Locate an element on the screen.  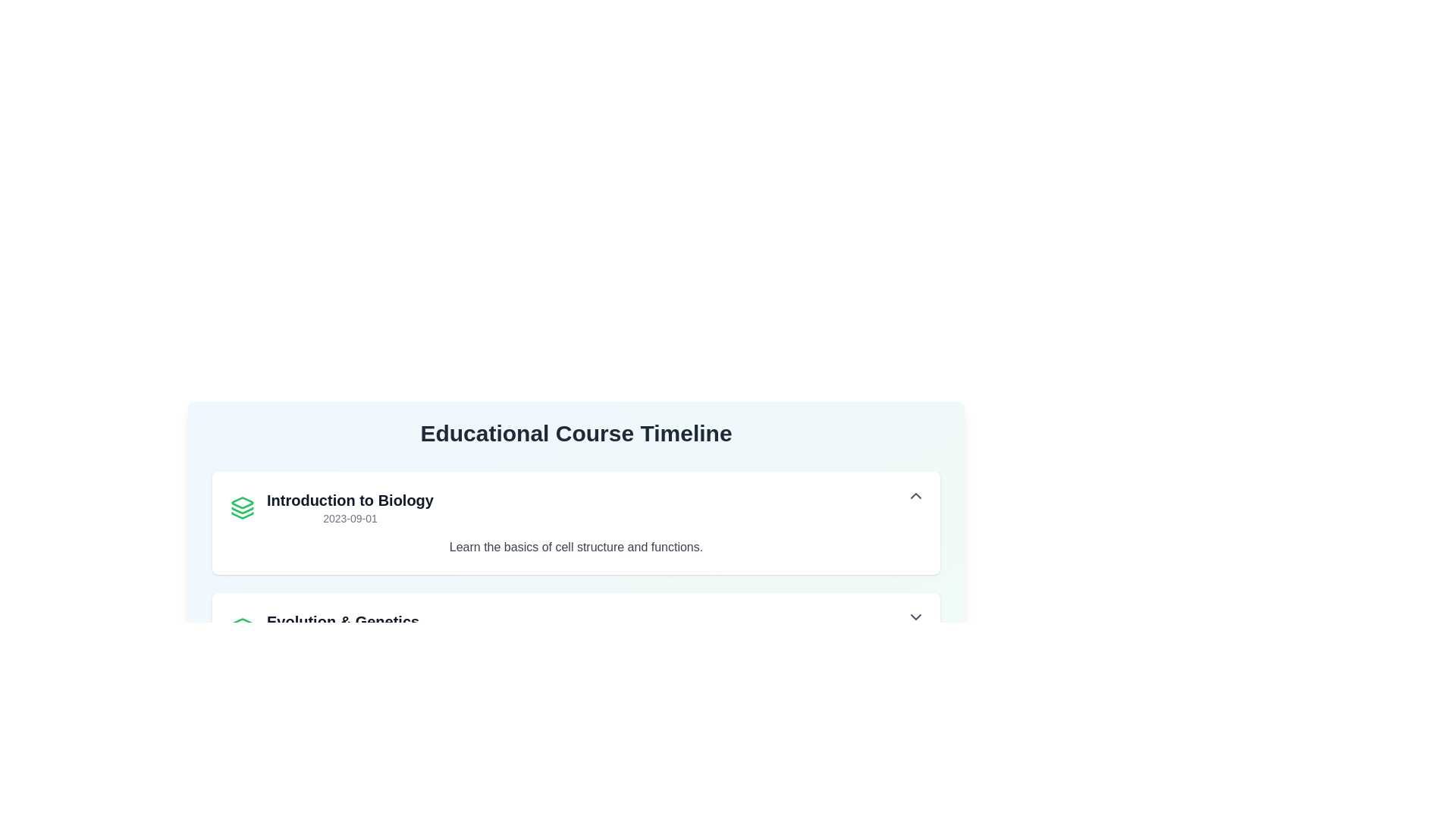
the middle layer segment of the SVG icon, which is a thin, horizontal, trapezoidal shape representing stacked layers is located at coordinates (243, 510).